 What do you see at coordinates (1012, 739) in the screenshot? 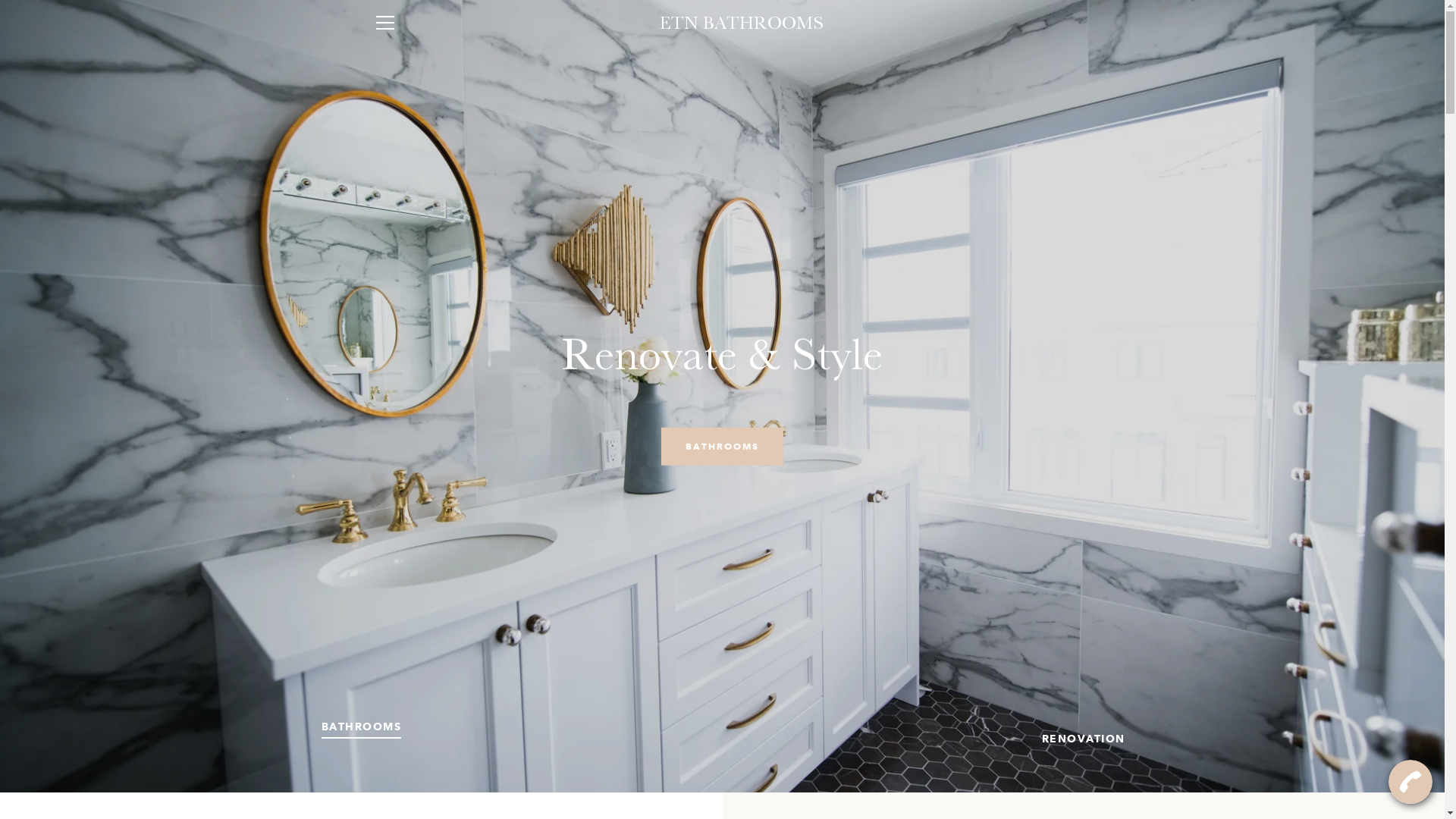
I see `'SLIDE 2` at bounding box center [1012, 739].